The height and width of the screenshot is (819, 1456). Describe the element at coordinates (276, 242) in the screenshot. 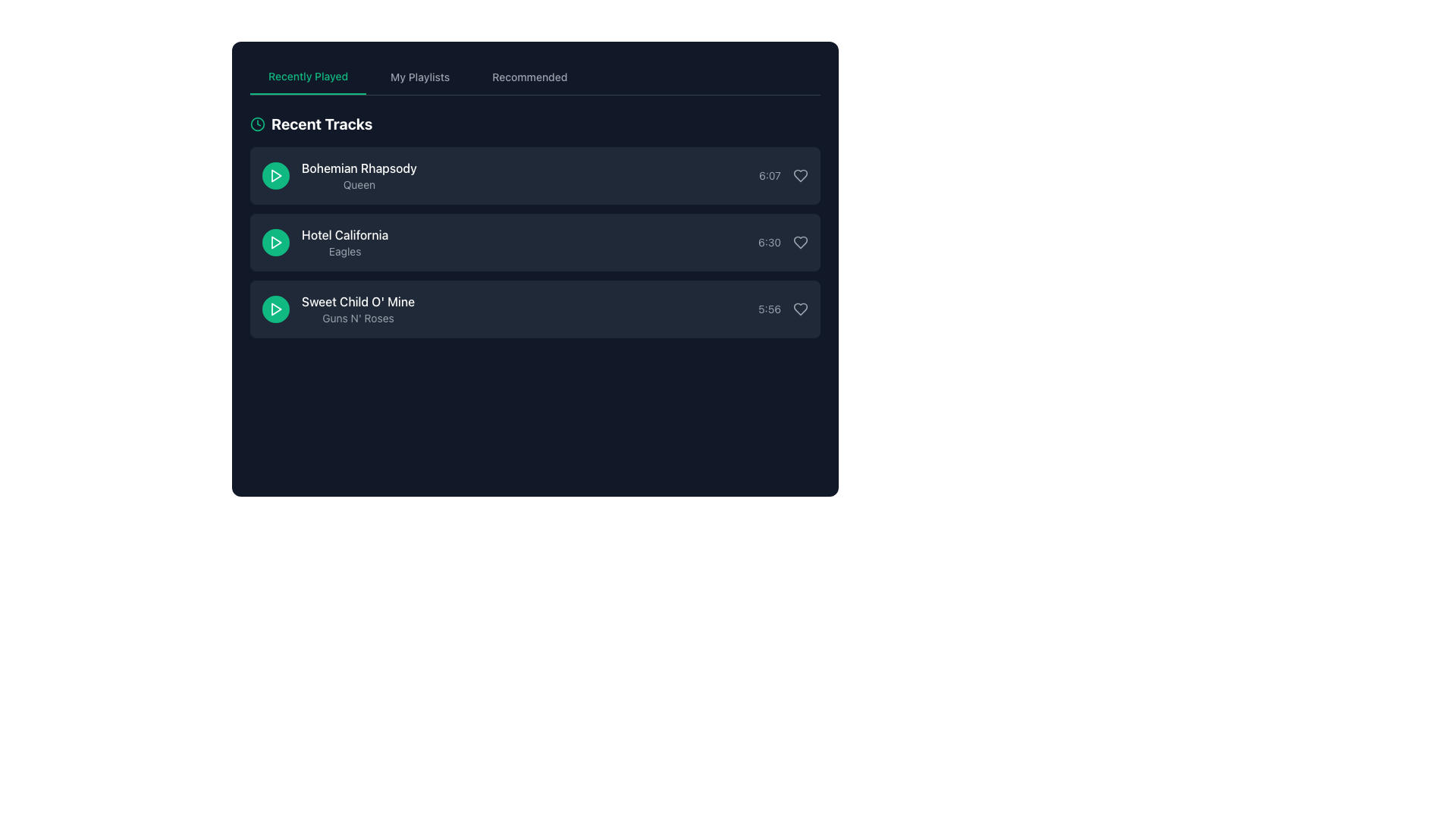

I see `the green circular play button located to the left of the 'Hotel California' track in the vertical list` at that location.